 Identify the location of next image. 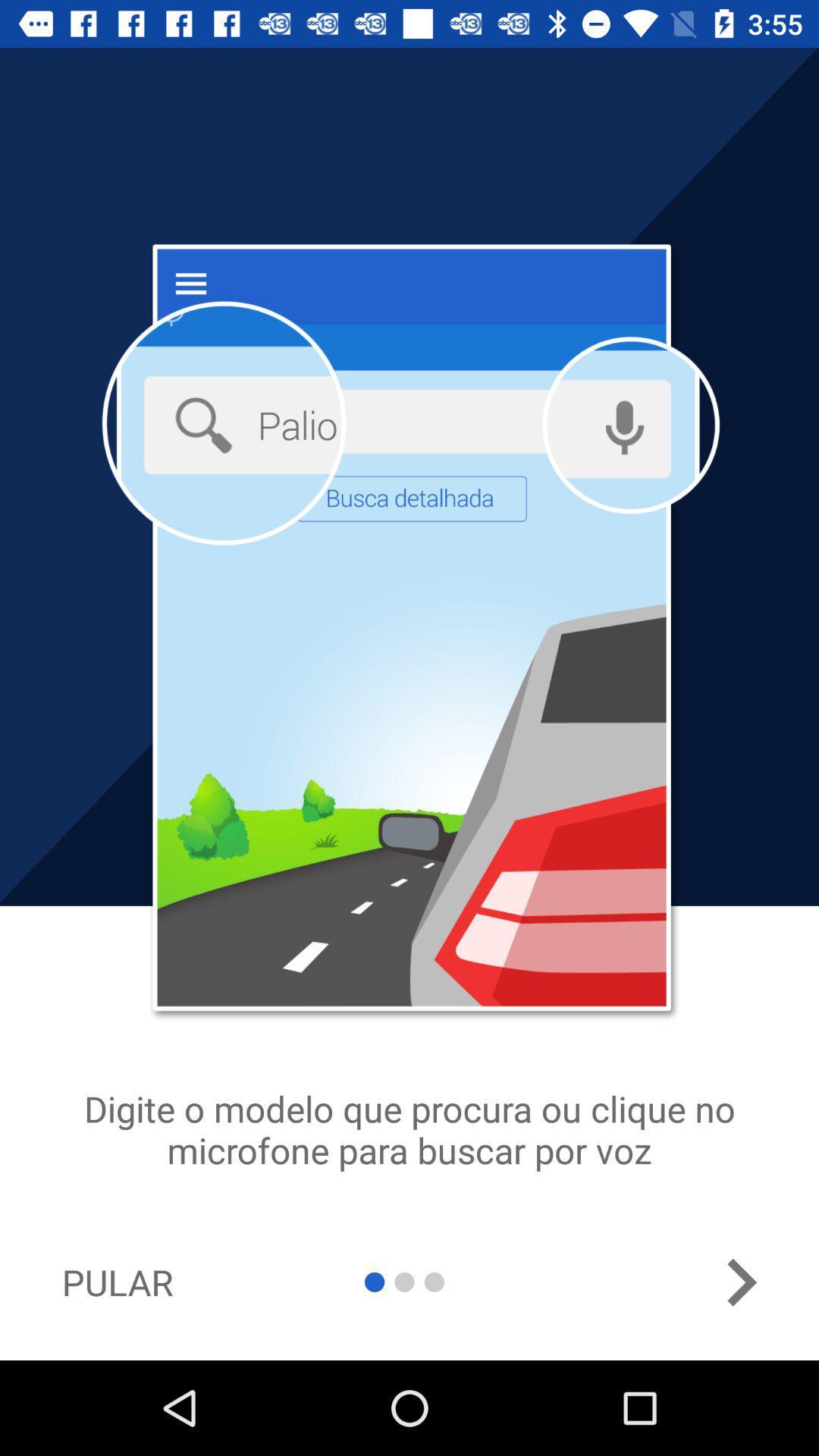
(740, 1282).